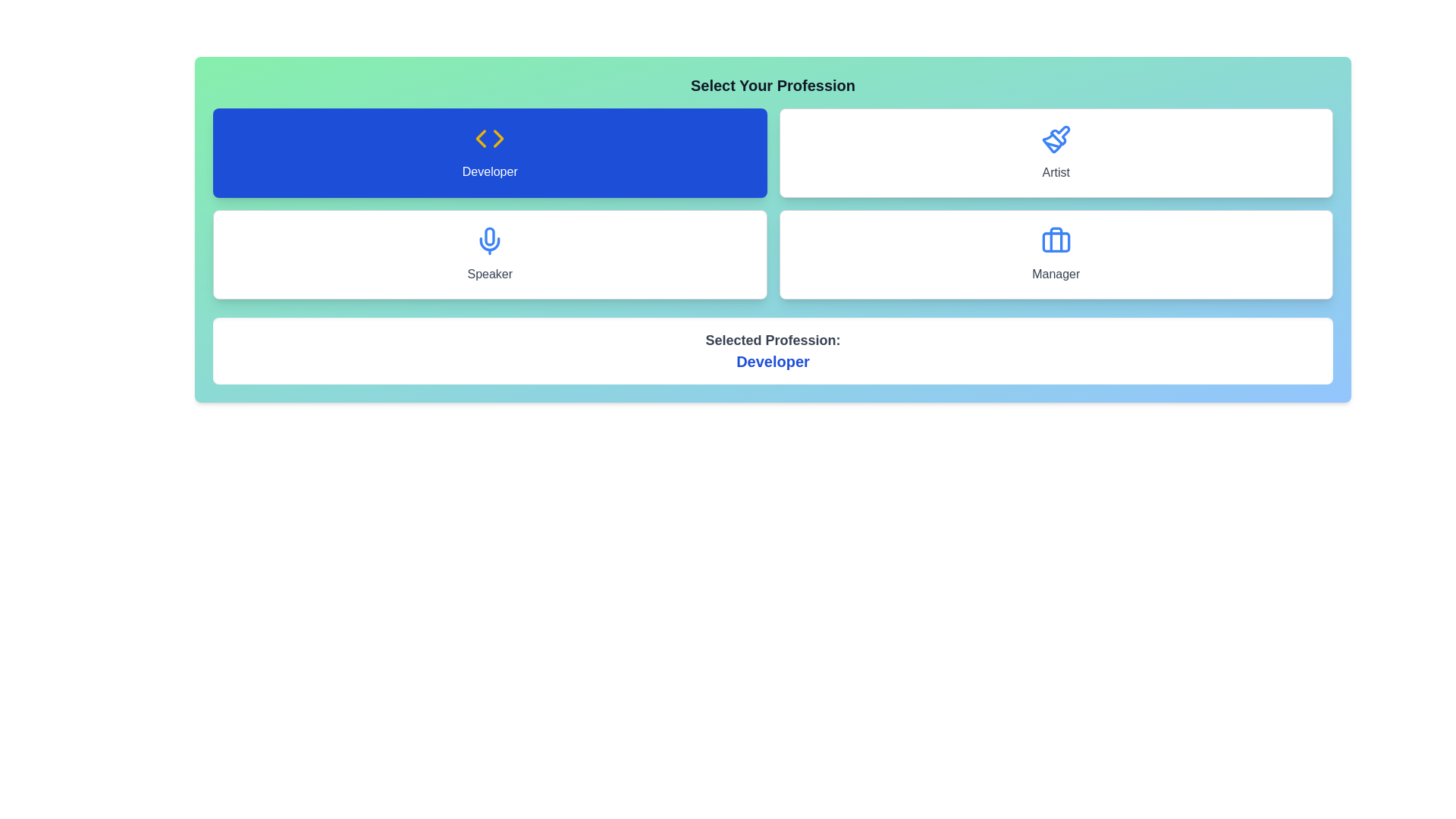 The height and width of the screenshot is (819, 1456). Describe the element at coordinates (1055, 152) in the screenshot. I see `the button labeled Artist to view its hover effect` at that location.